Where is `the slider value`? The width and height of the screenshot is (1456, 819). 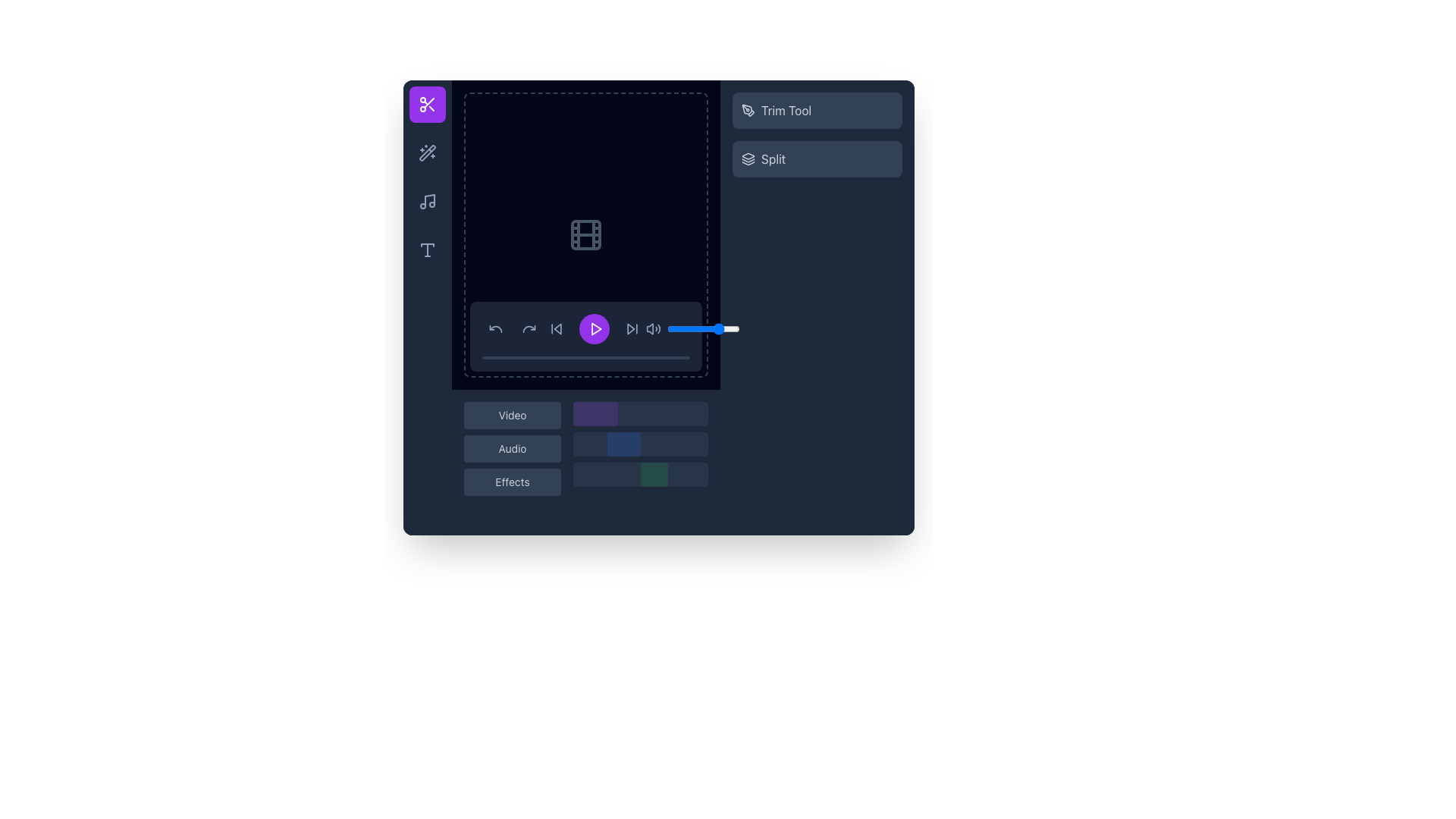 the slider value is located at coordinates (691, 328).